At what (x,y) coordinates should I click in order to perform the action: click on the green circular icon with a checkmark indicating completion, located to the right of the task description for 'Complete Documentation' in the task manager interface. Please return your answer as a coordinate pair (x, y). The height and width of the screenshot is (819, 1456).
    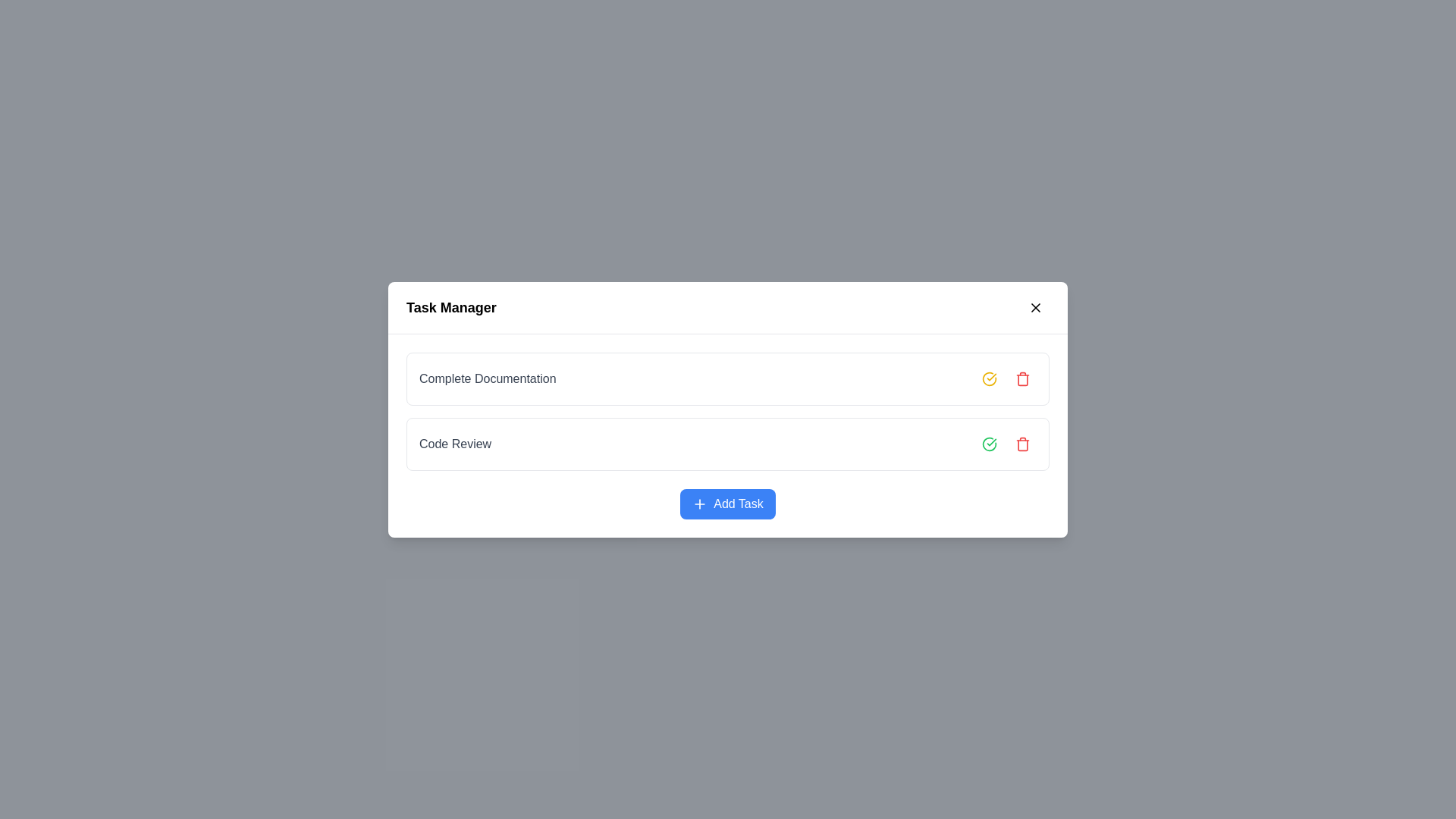
    Looking at the image, I should click on (990, 444).